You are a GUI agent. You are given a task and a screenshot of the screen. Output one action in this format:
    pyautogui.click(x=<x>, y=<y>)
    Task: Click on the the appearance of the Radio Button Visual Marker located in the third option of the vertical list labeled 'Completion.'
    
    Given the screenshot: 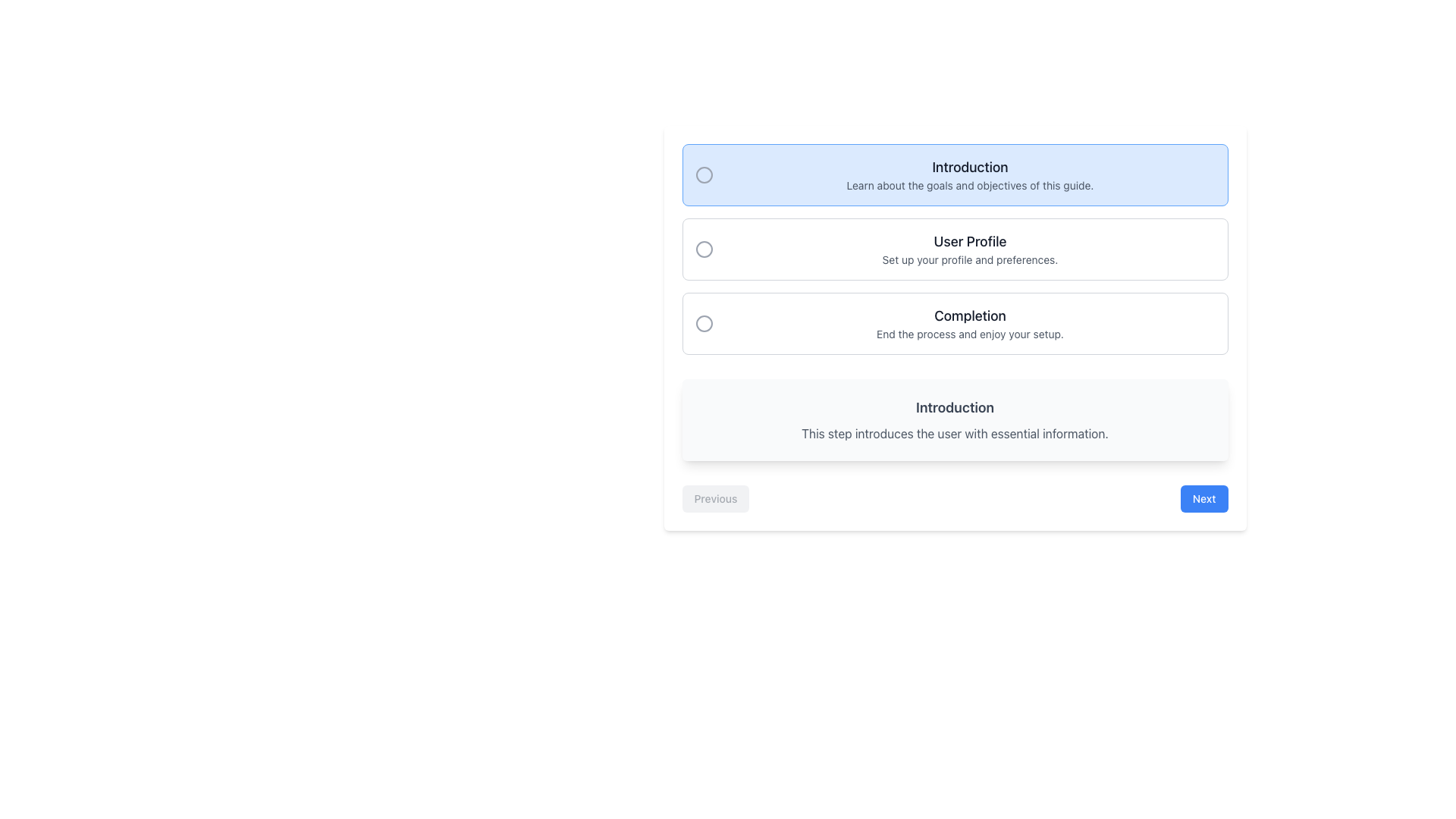 What is the action you would take?
    pyautogui.click(x=703, y=323)
    